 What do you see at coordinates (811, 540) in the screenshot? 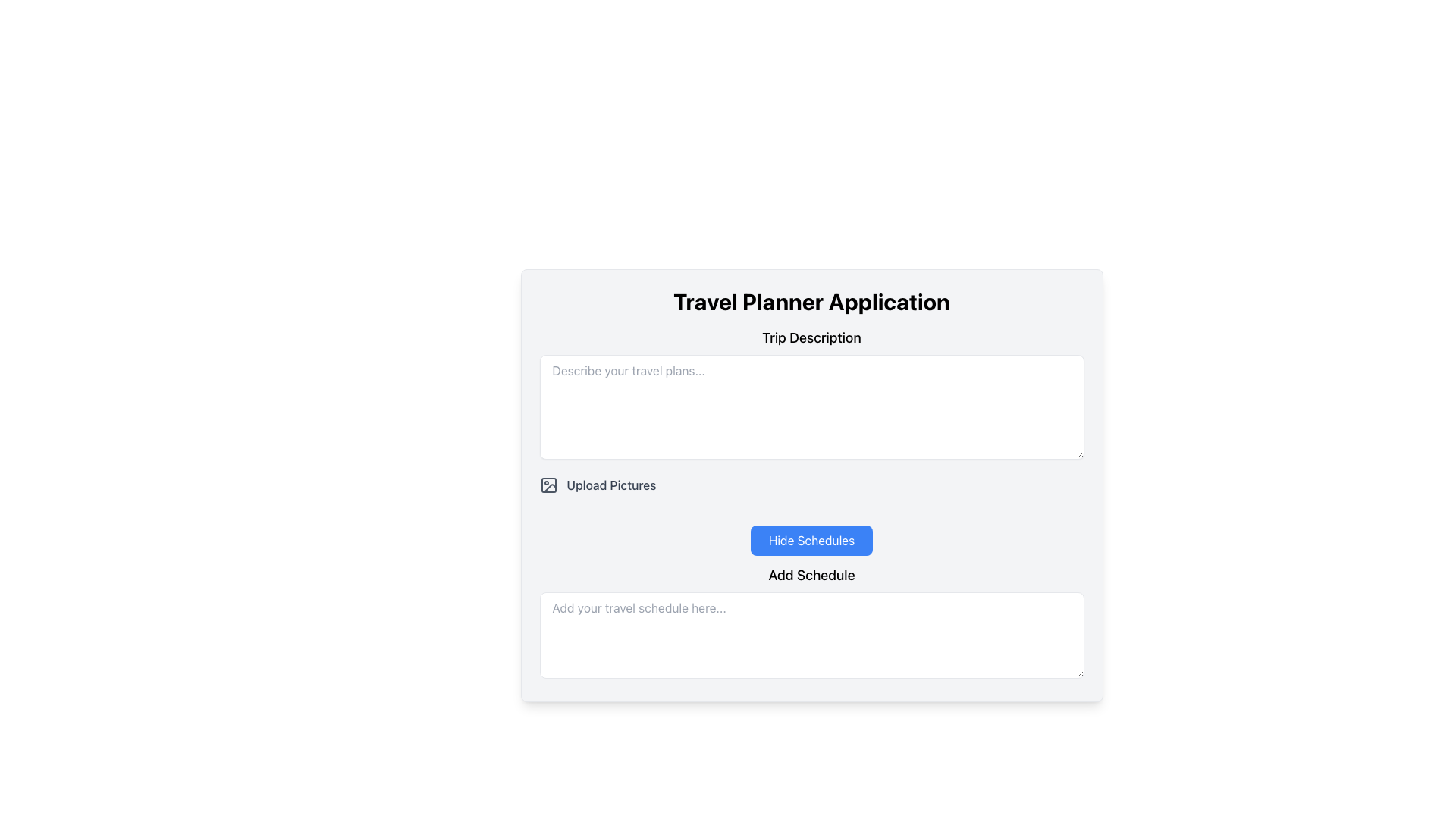
I see `the blue button with rounded corners labeled 'Hide Schedules' to trigger a visual response` at bounding box center [811, 540].